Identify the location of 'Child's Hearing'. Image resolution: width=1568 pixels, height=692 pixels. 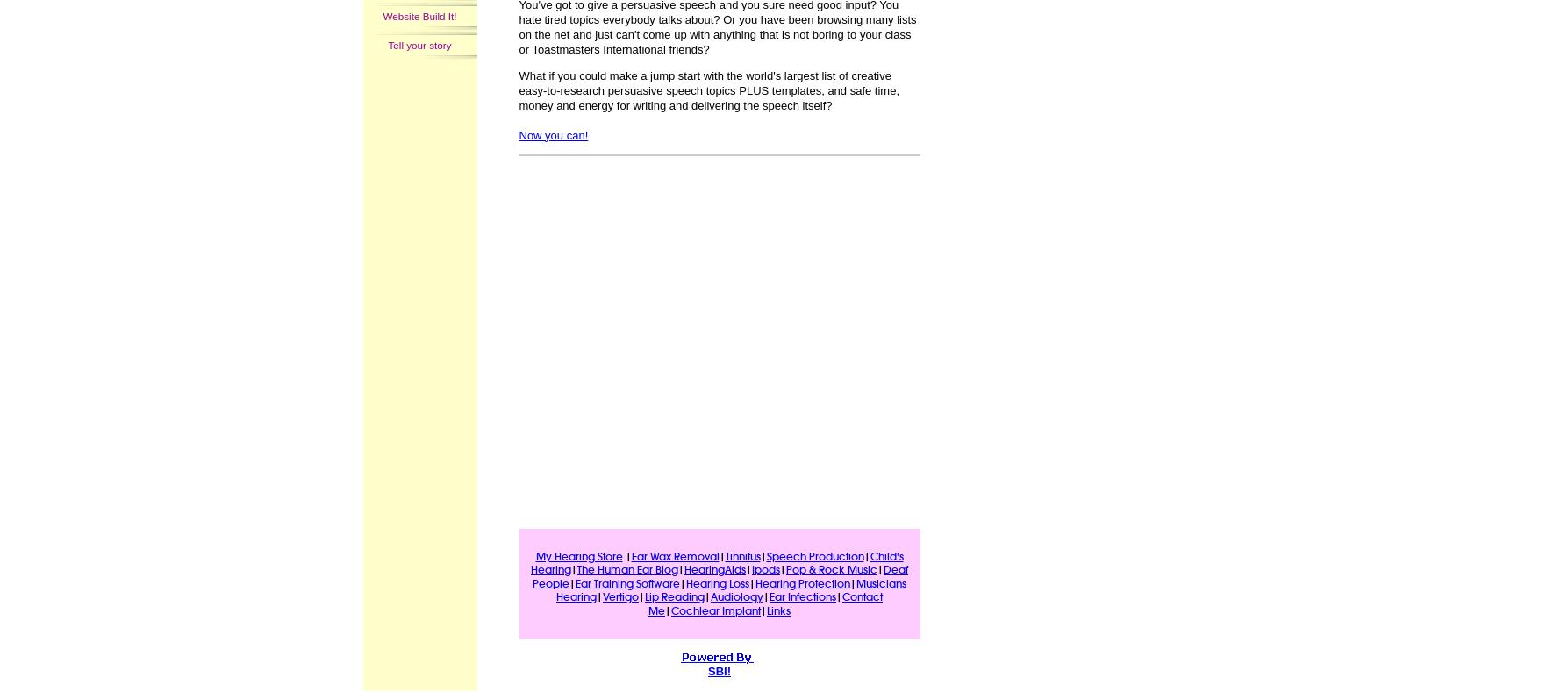
(717, 561).